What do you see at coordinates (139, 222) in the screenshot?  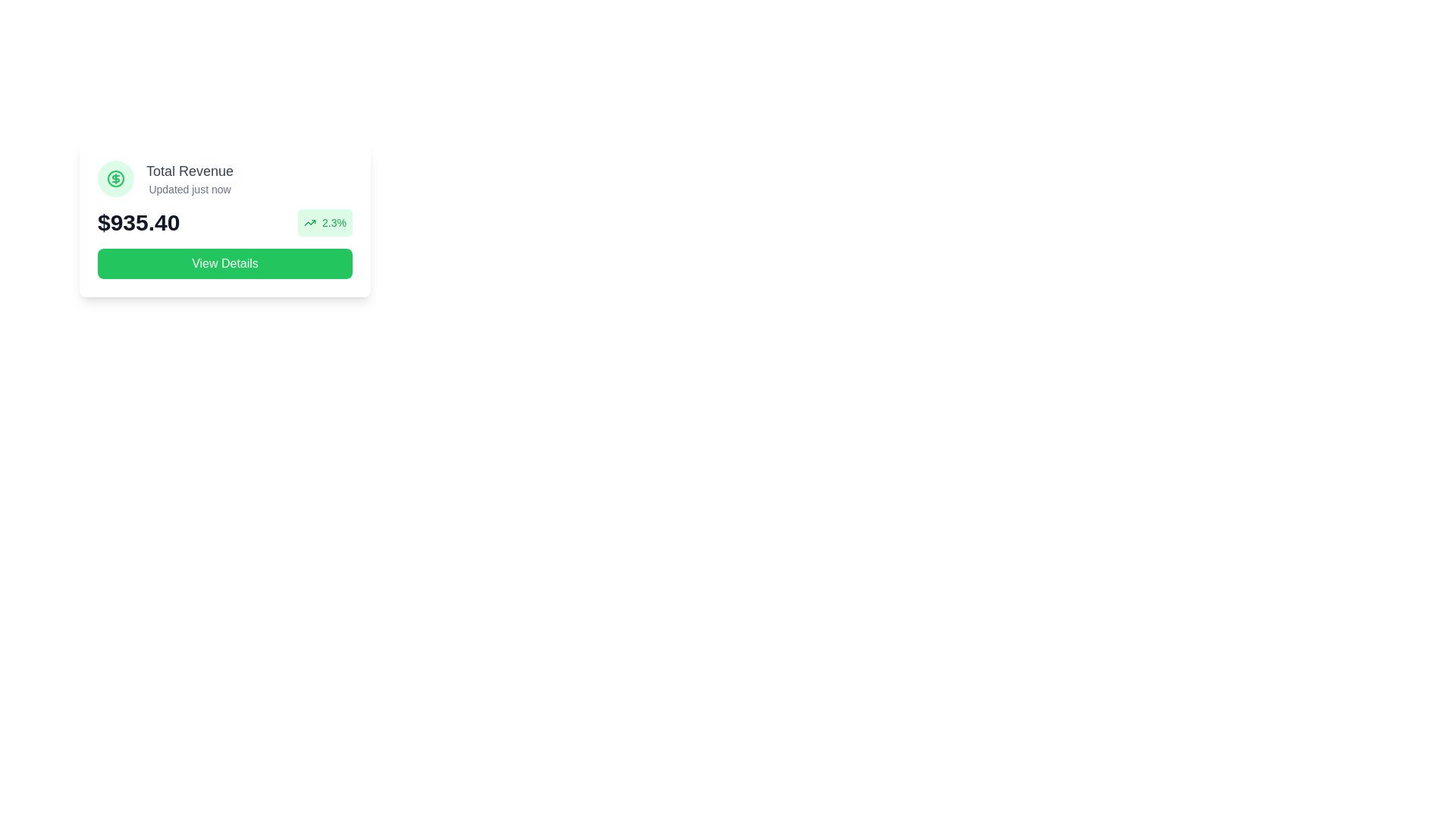 I see `the static text displaying the monetary value located below the 'Total Revenue' label and adjacent to the '2.3%' growth indicator in the top-left section of the card component` at bounding box center [139, 222].